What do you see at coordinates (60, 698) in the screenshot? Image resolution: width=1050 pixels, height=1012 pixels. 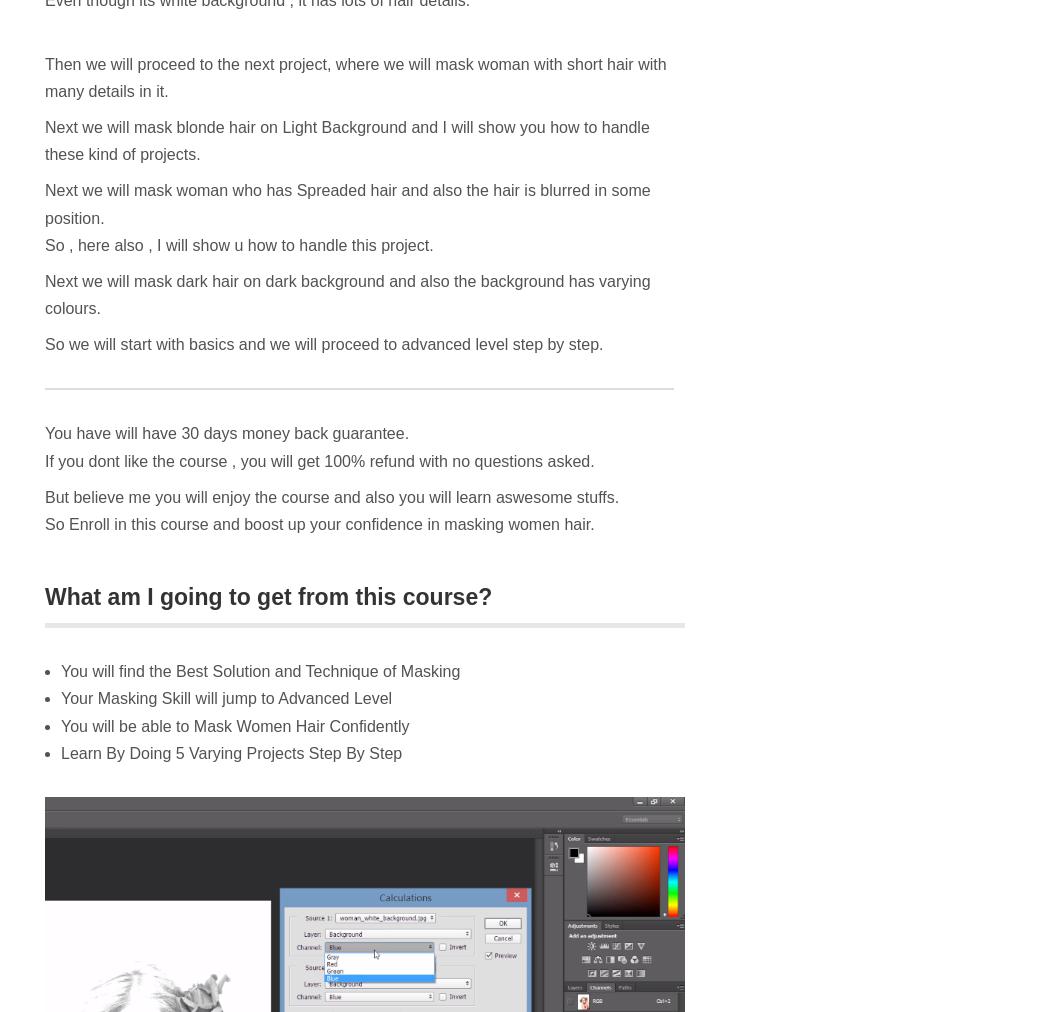 I see `'Your Masking Skill will jump to Advanced Level'` at bounding box center [60, 698].